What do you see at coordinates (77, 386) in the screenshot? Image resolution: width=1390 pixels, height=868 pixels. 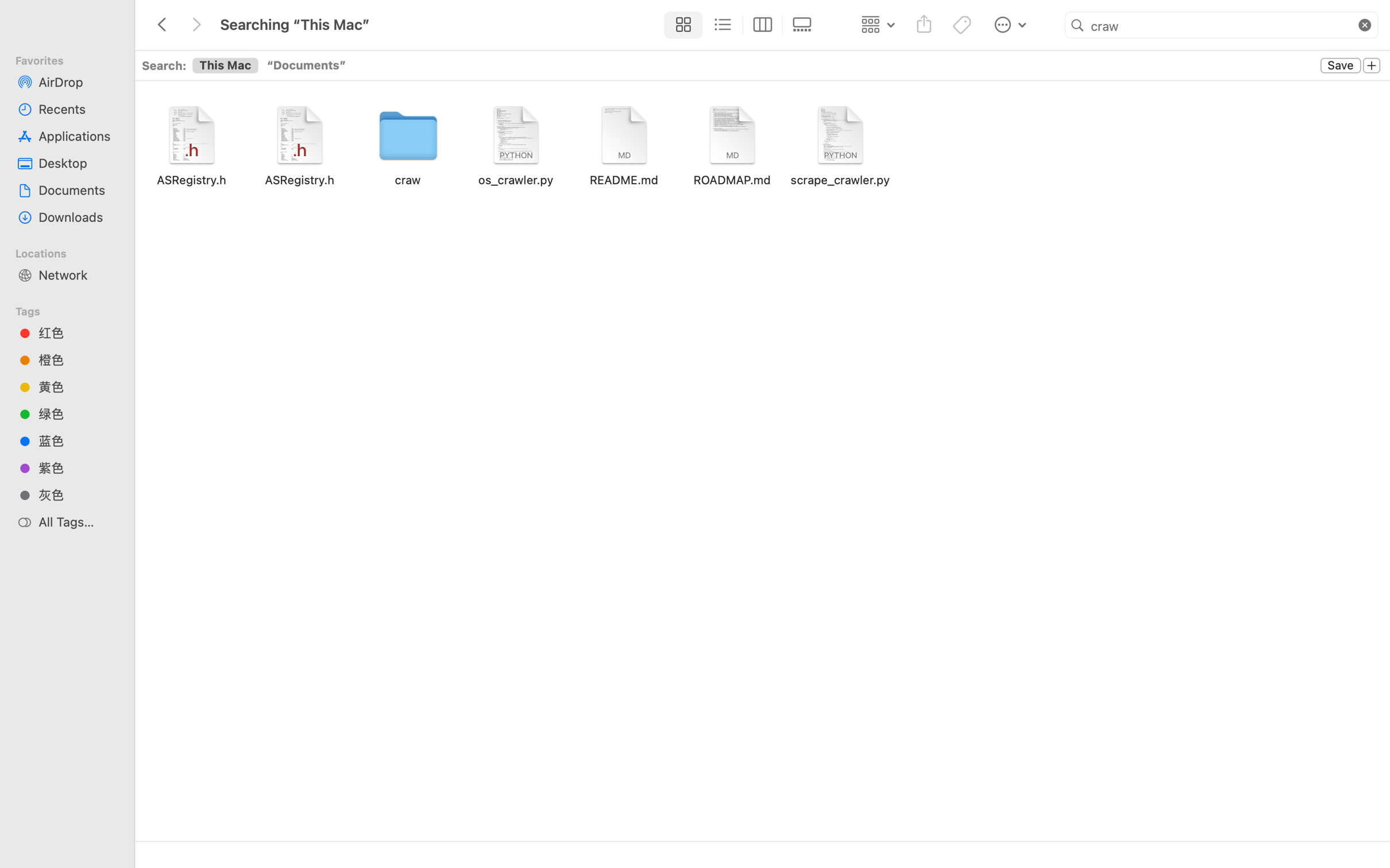 I see `'黄色'` at bounding box center [77, 386].